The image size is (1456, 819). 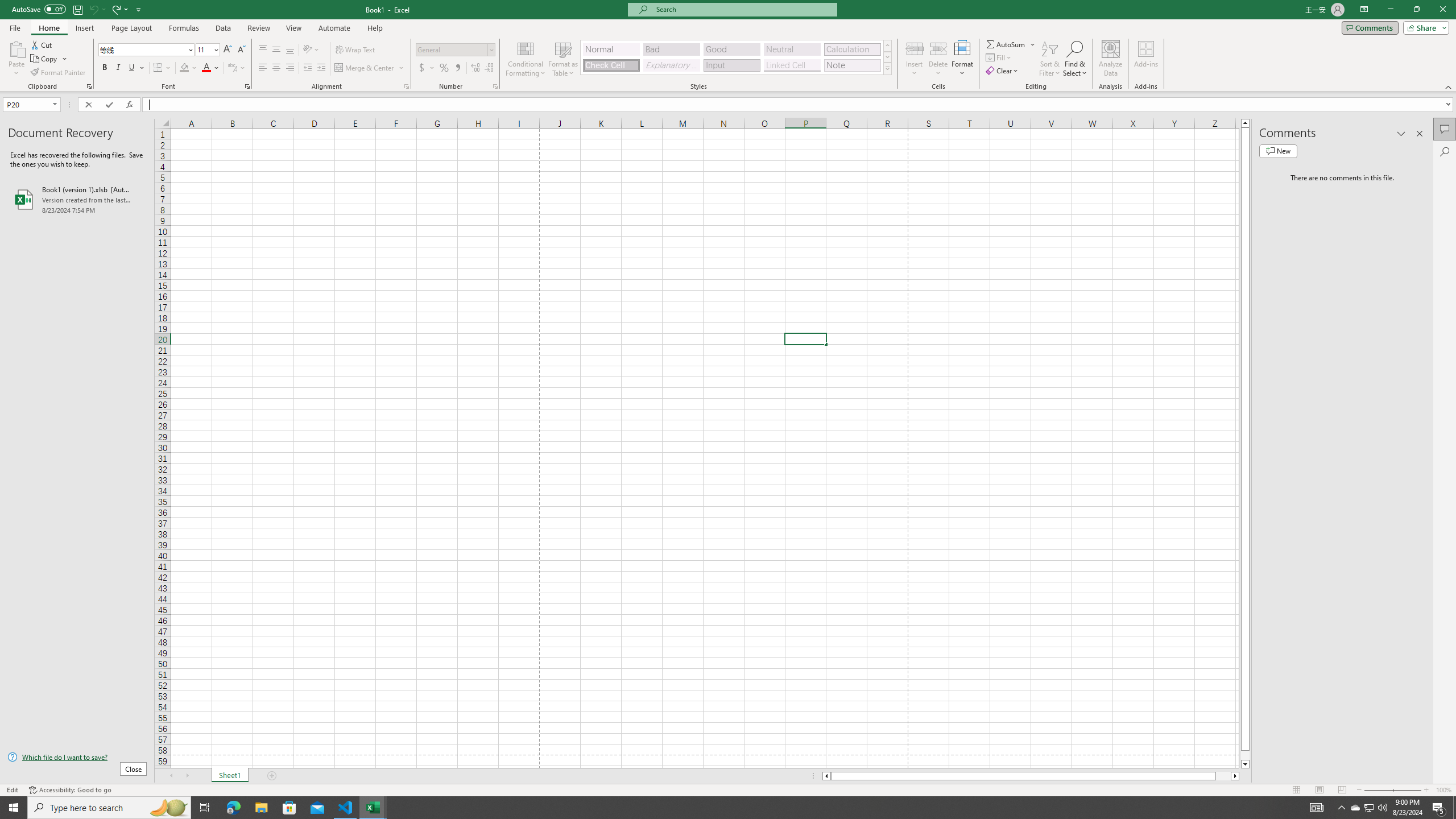 I want to click on 'Top Align', so click(x=262, y=49).